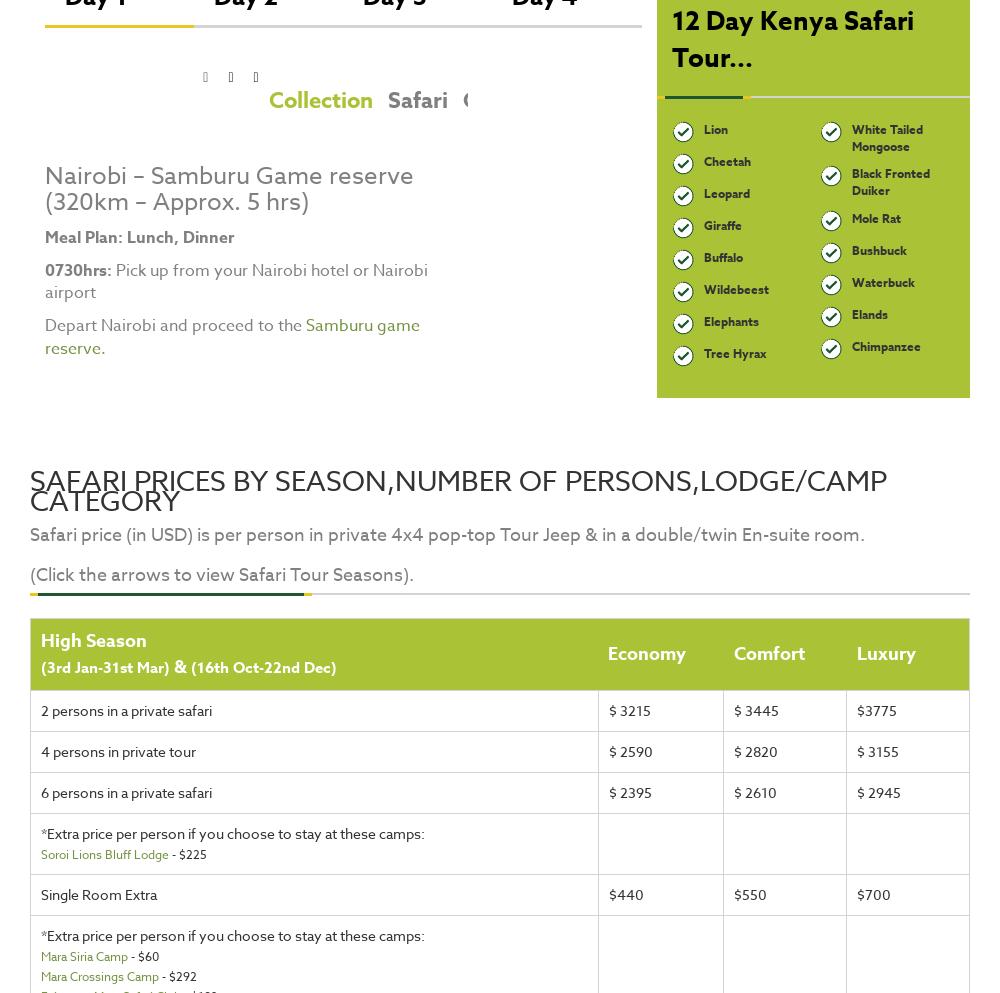 This screenshot has height=993, width=1000. I want to click on 'Tree Hyrax', so click(702, 352).